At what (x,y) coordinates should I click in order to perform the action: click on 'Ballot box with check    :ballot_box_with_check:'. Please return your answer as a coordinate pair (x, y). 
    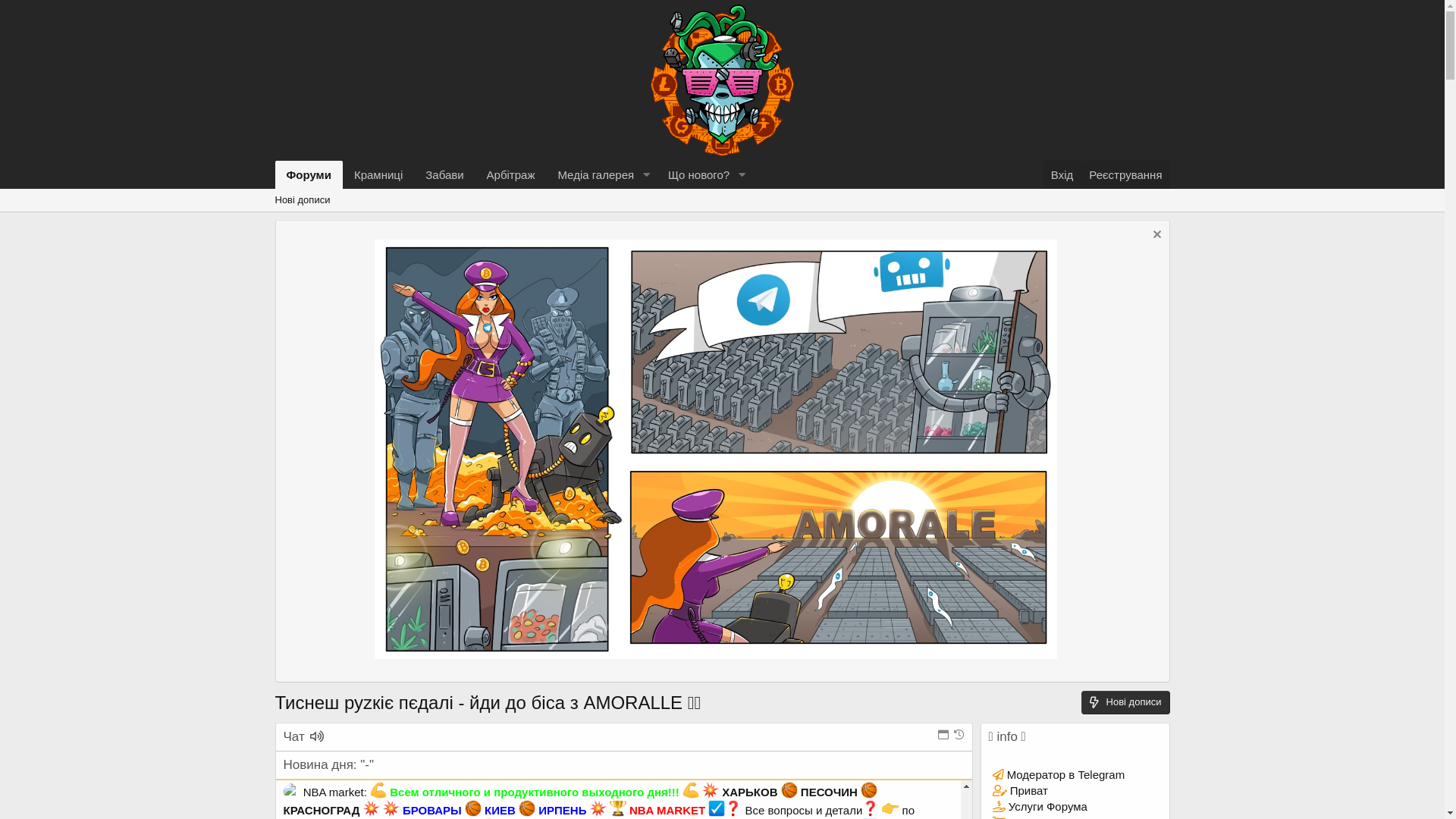
    Looking at the image, I should click on (716, 807).